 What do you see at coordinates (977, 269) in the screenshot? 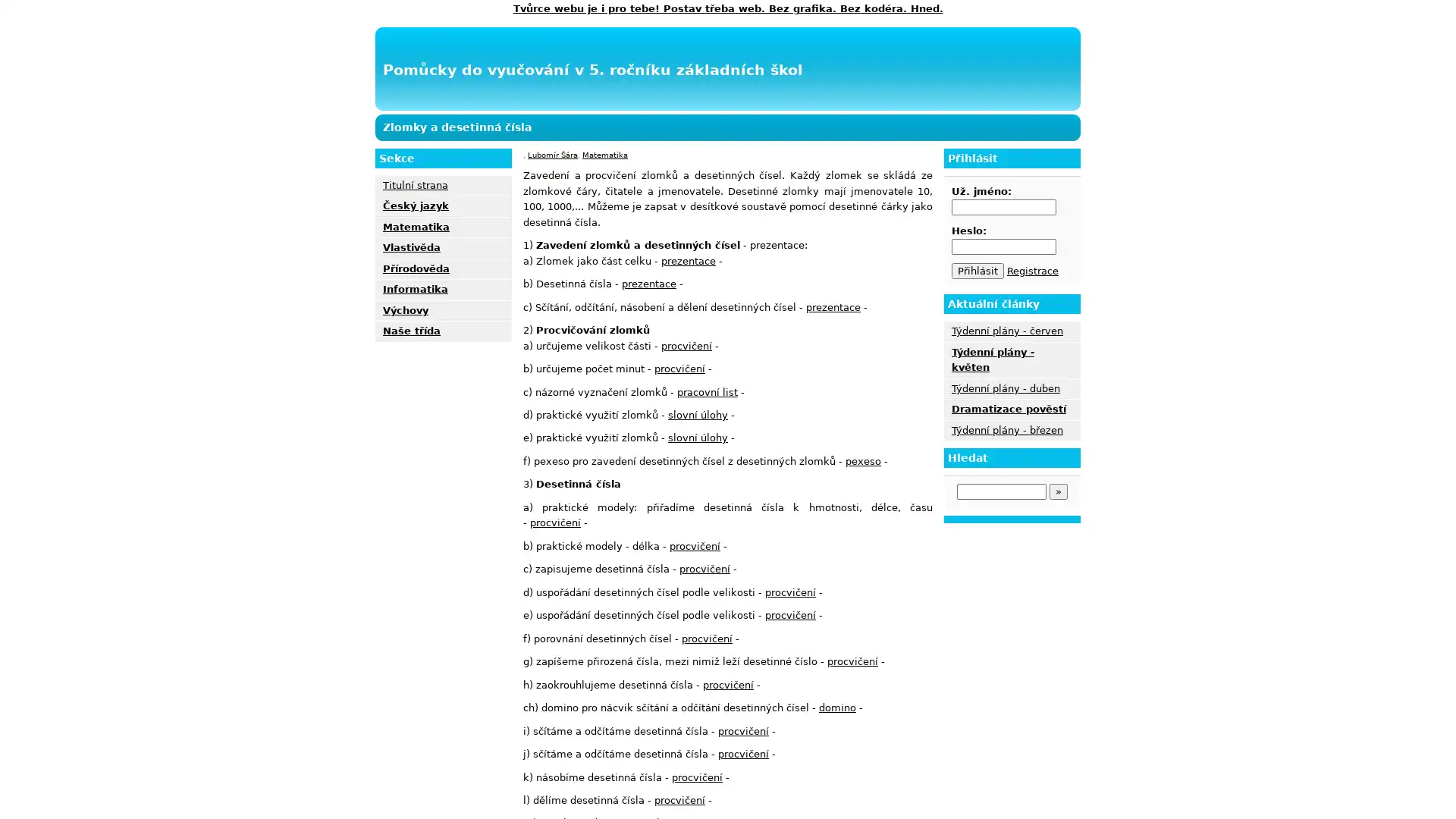
I see `Prihlasit` at bounding box center [977, 269].